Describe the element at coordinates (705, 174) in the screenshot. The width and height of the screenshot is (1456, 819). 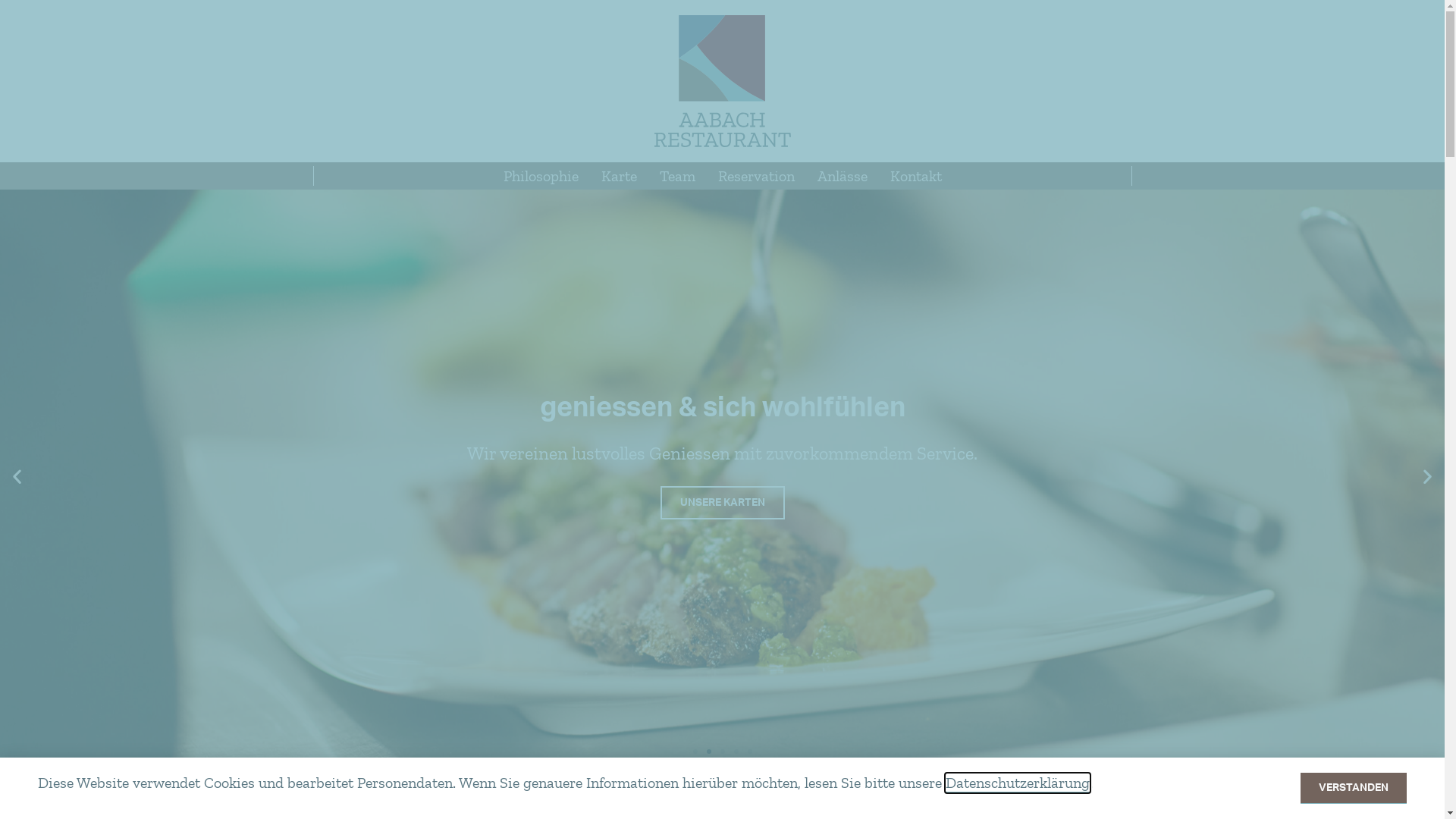
I see `'Reservation'` at that location.